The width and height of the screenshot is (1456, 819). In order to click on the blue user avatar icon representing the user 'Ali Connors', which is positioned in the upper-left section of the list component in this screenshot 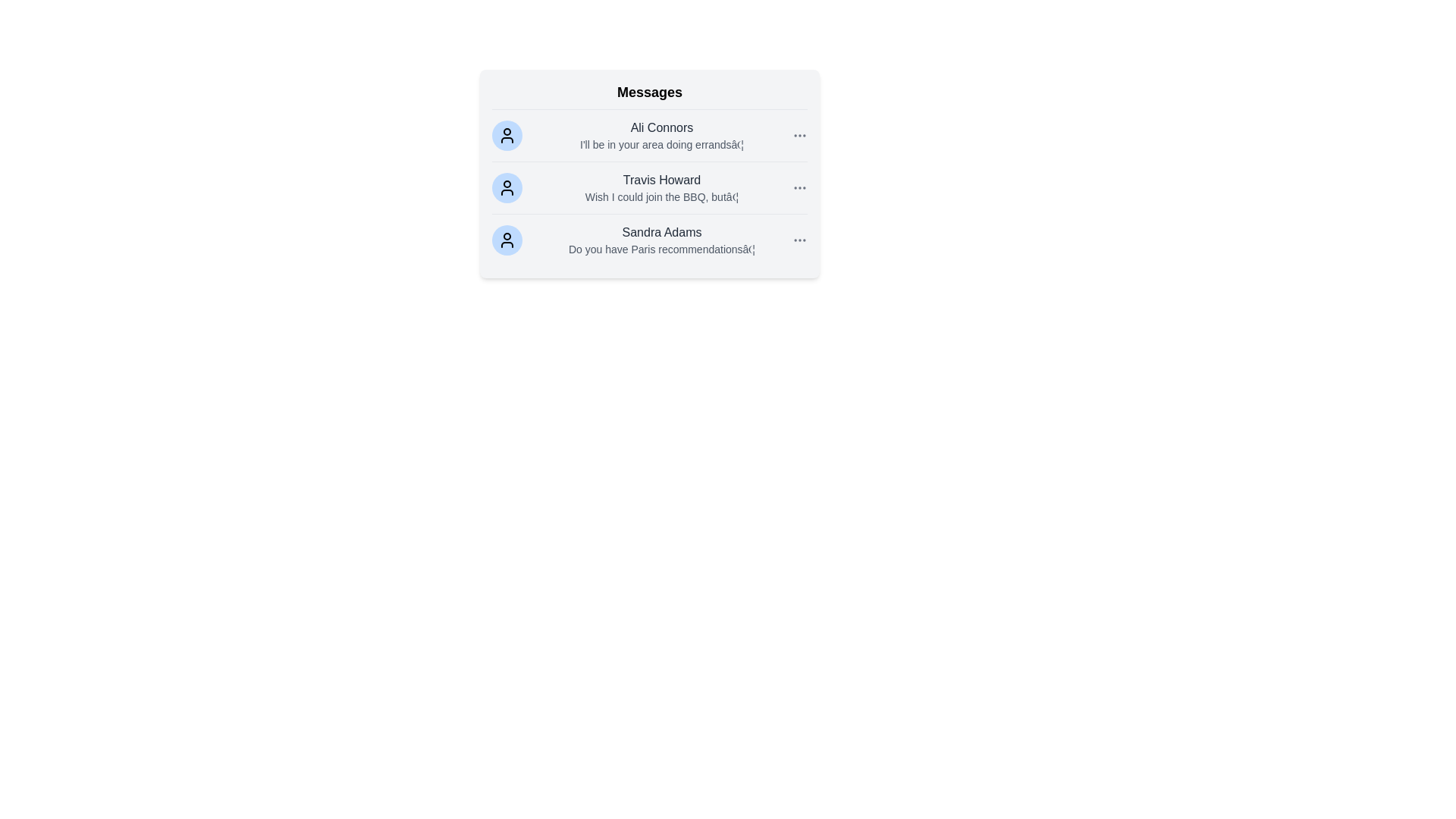, I will do `click(507, 134)`.